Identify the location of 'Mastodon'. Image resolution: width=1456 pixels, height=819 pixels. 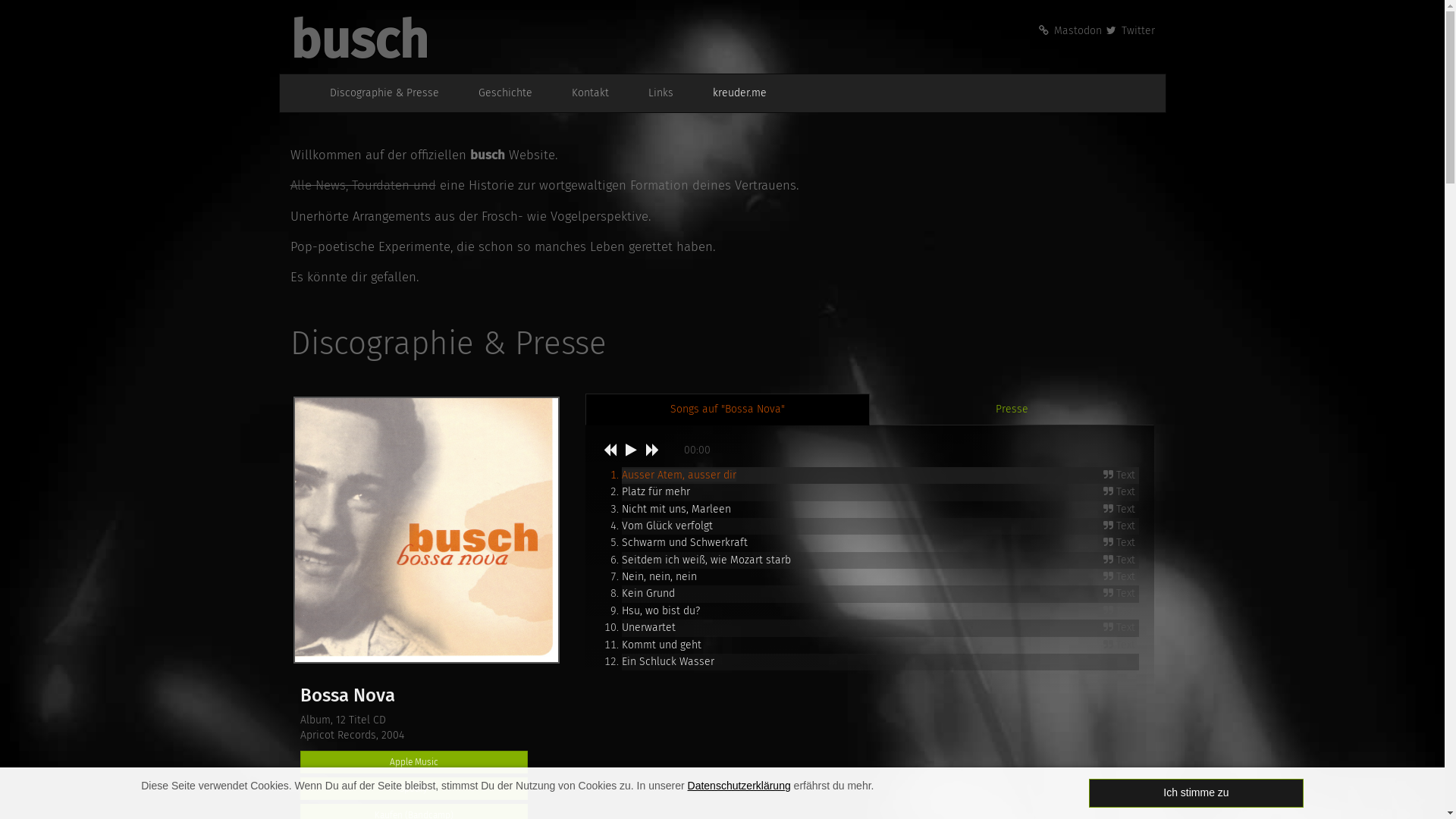
(1068, 30).